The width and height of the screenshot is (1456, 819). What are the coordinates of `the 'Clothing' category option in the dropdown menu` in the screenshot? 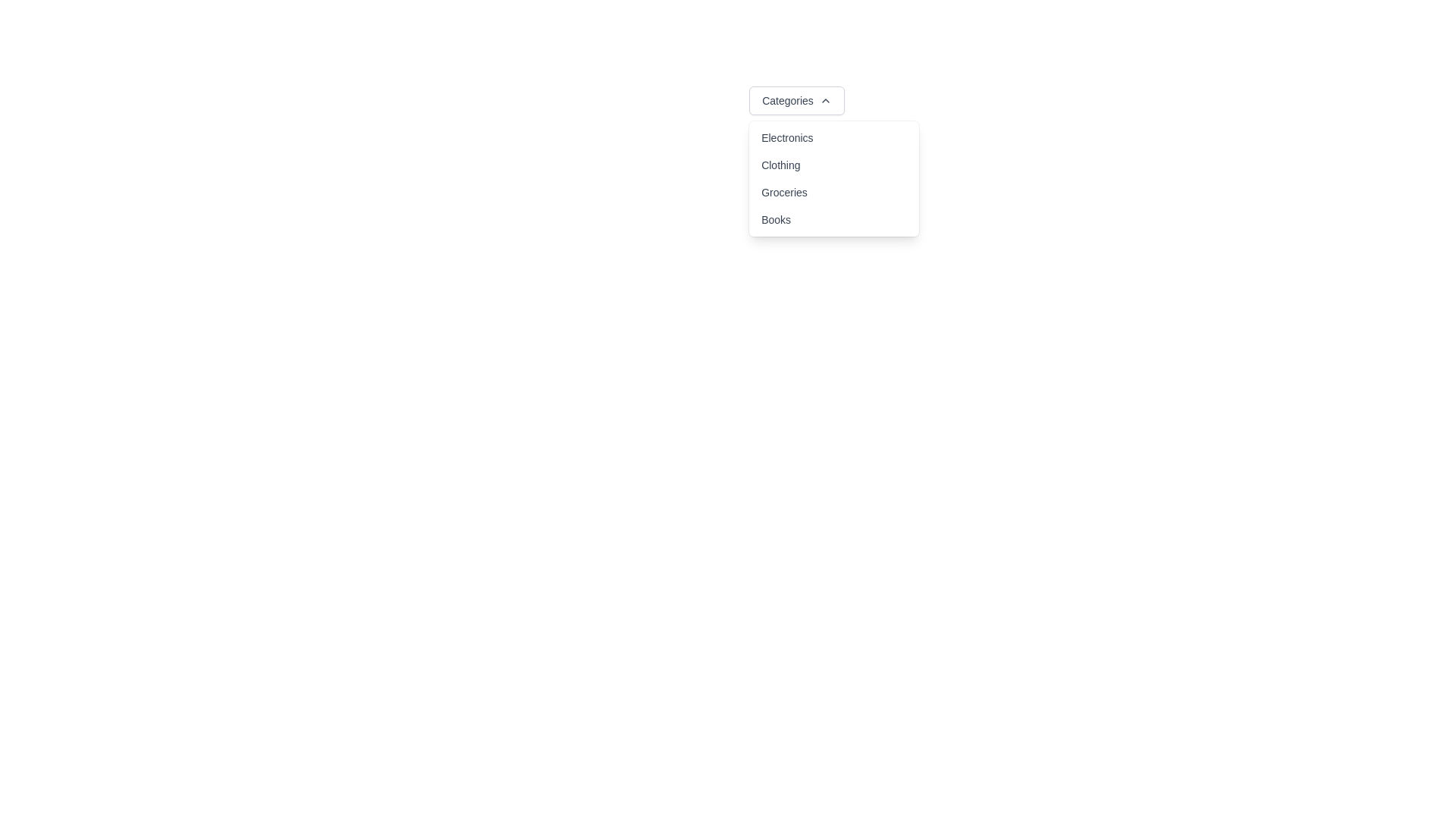 It's located at (833, 165).